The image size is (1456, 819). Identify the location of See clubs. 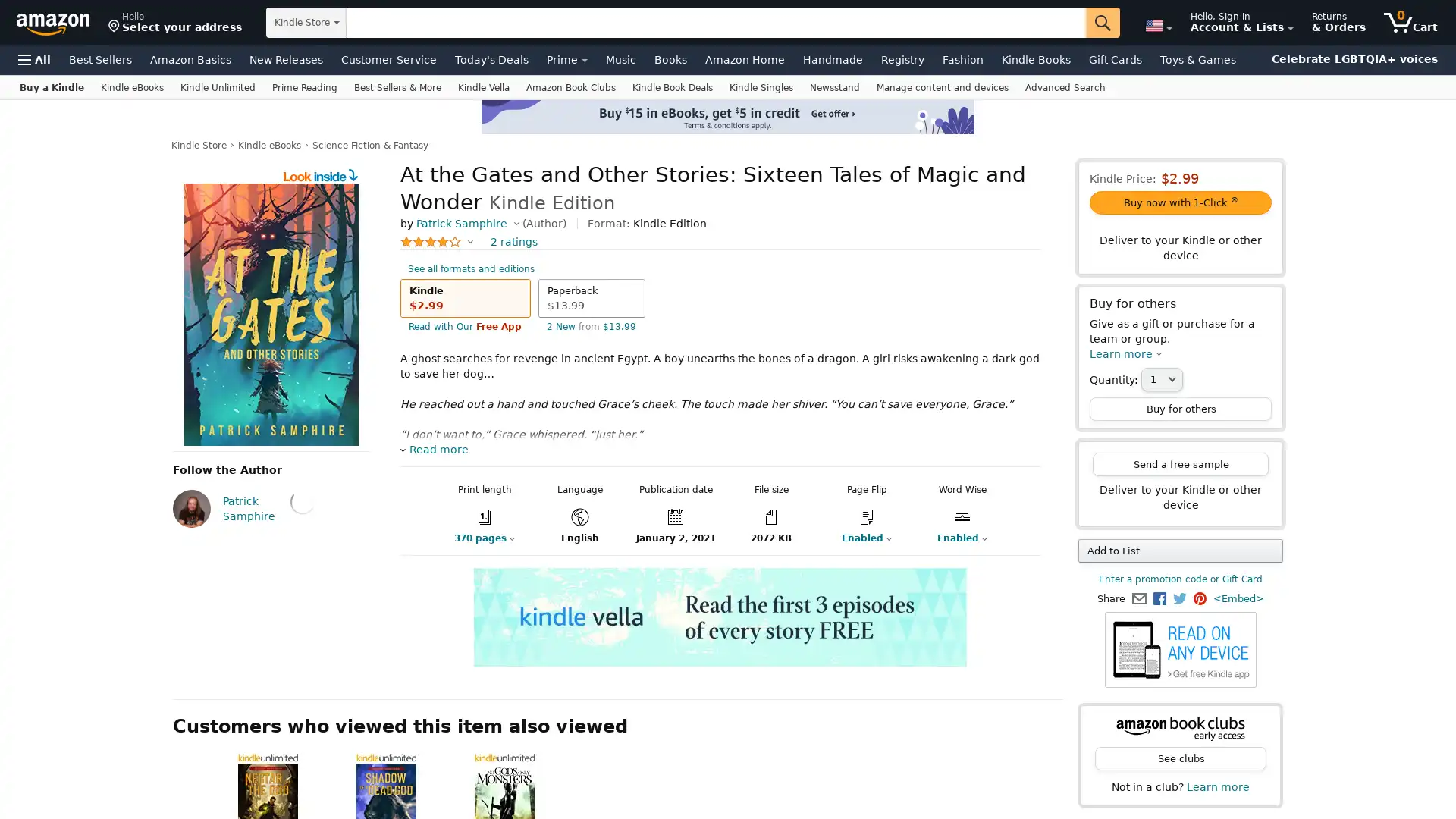
(1179, 758).